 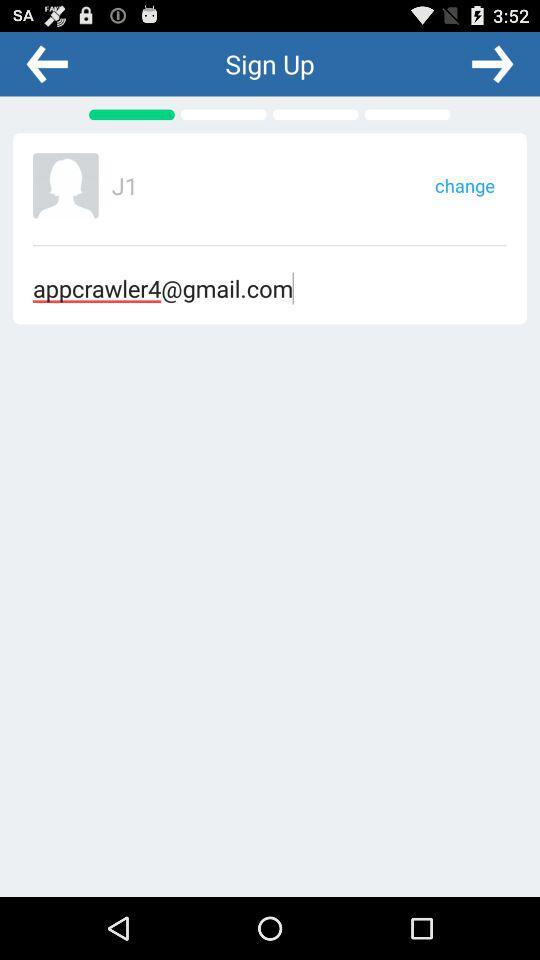 What do you see at coordinates (491, 63) in the screenshot?
I see `next` at bounding box center [491, 63].